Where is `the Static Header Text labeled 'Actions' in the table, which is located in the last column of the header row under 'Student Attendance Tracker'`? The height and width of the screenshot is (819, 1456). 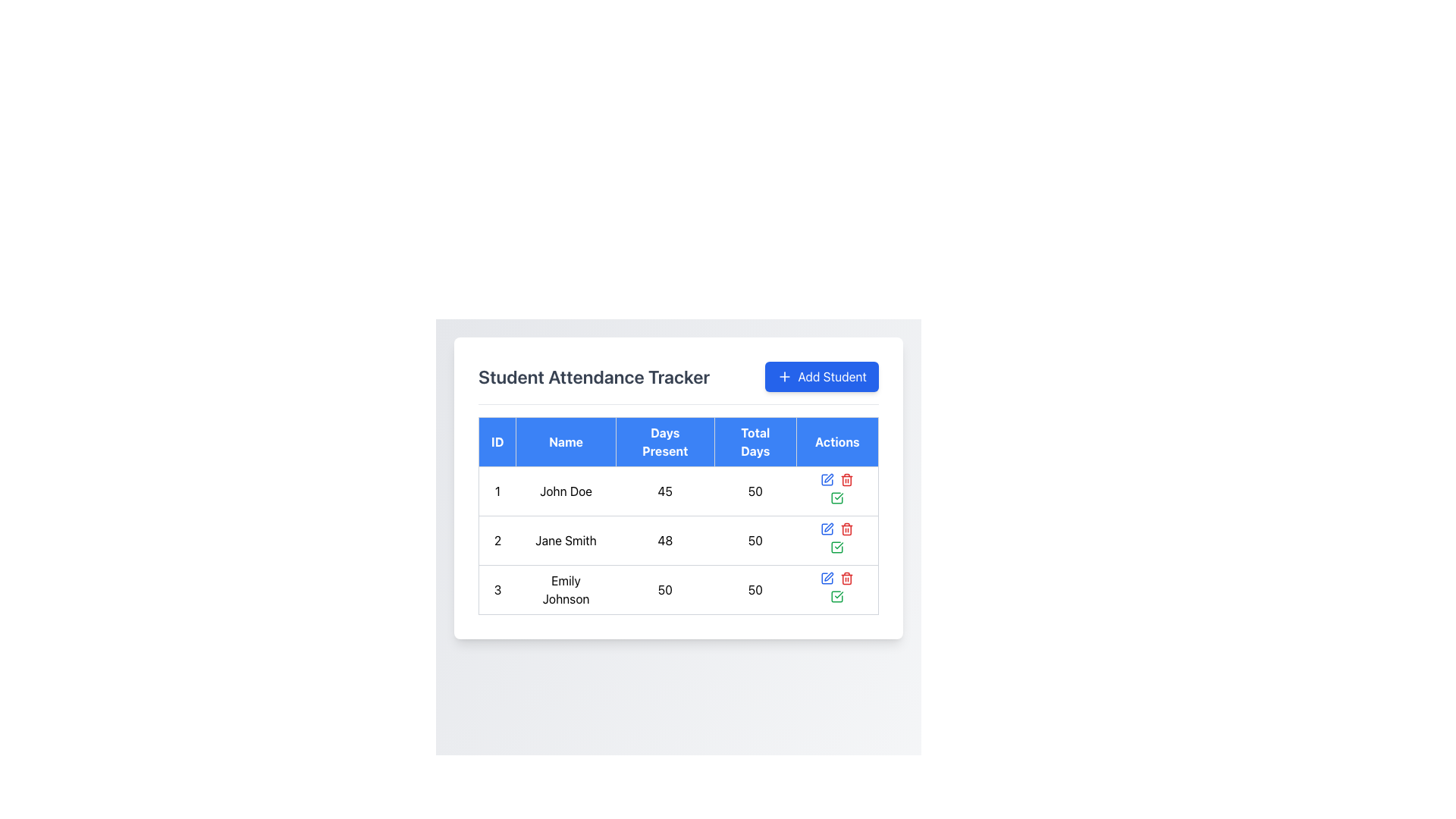
the Static Header Text labeled 'Actions' in the table, which is located in the last column of the header row under 'Student Attendance Tracker' is located at coordinates (836, 441).